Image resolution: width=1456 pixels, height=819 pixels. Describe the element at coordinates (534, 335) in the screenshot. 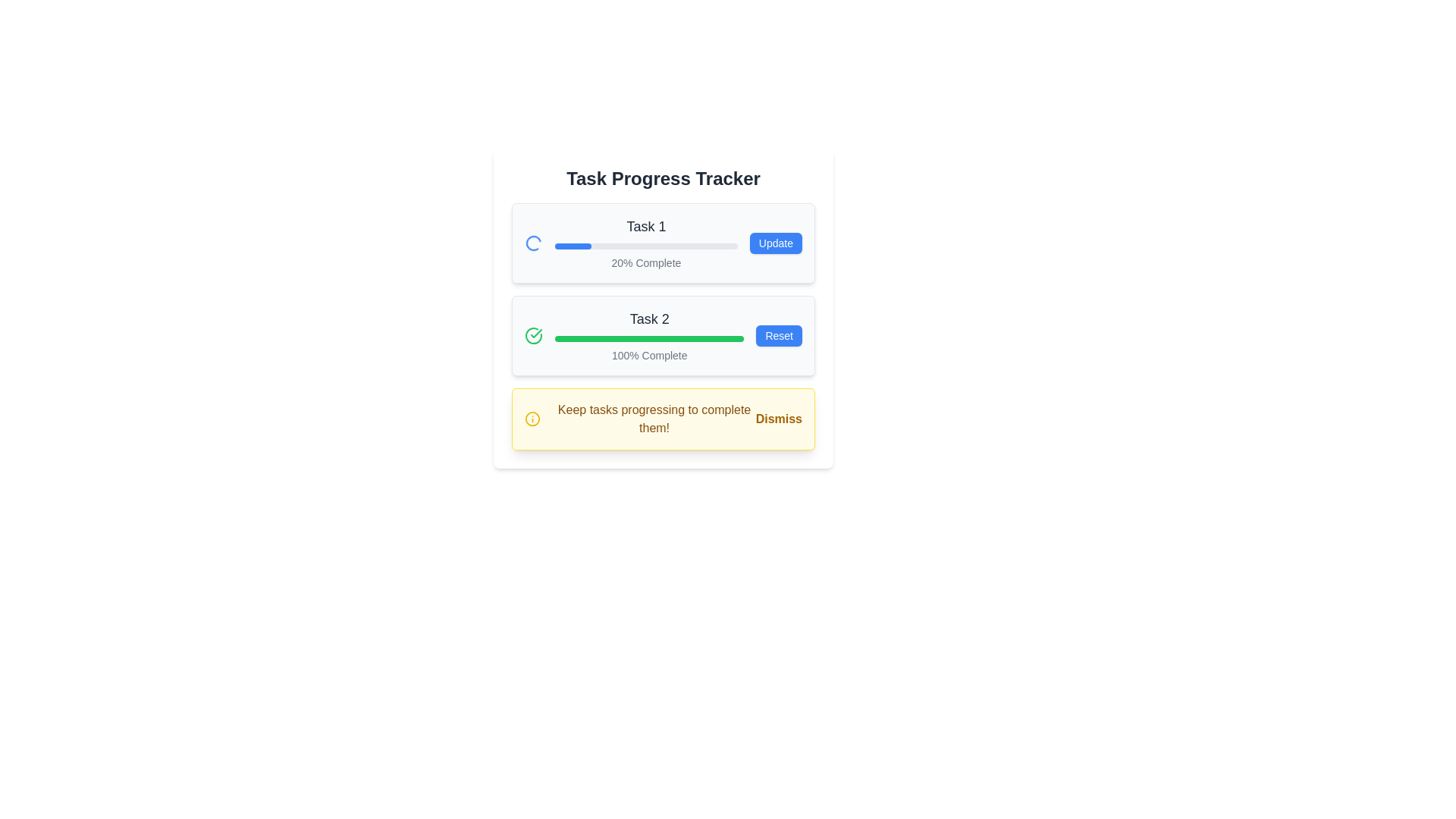

I see `the circular green outlined icon with a checkmark, located next to the 'Task 2' label and above the '100% Complete' progress bar` at that location.